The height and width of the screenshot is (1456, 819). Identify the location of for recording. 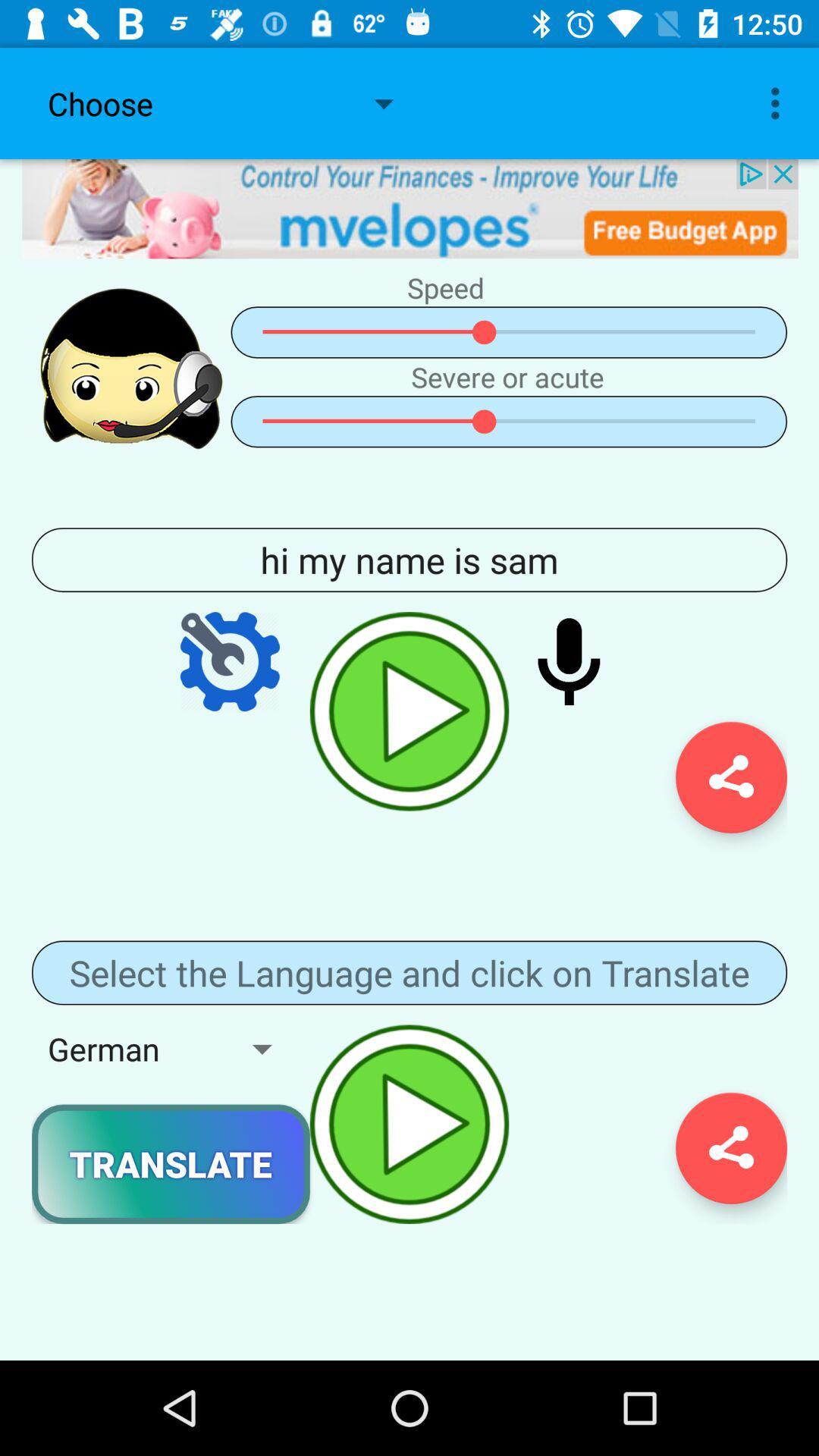
(569, 661).